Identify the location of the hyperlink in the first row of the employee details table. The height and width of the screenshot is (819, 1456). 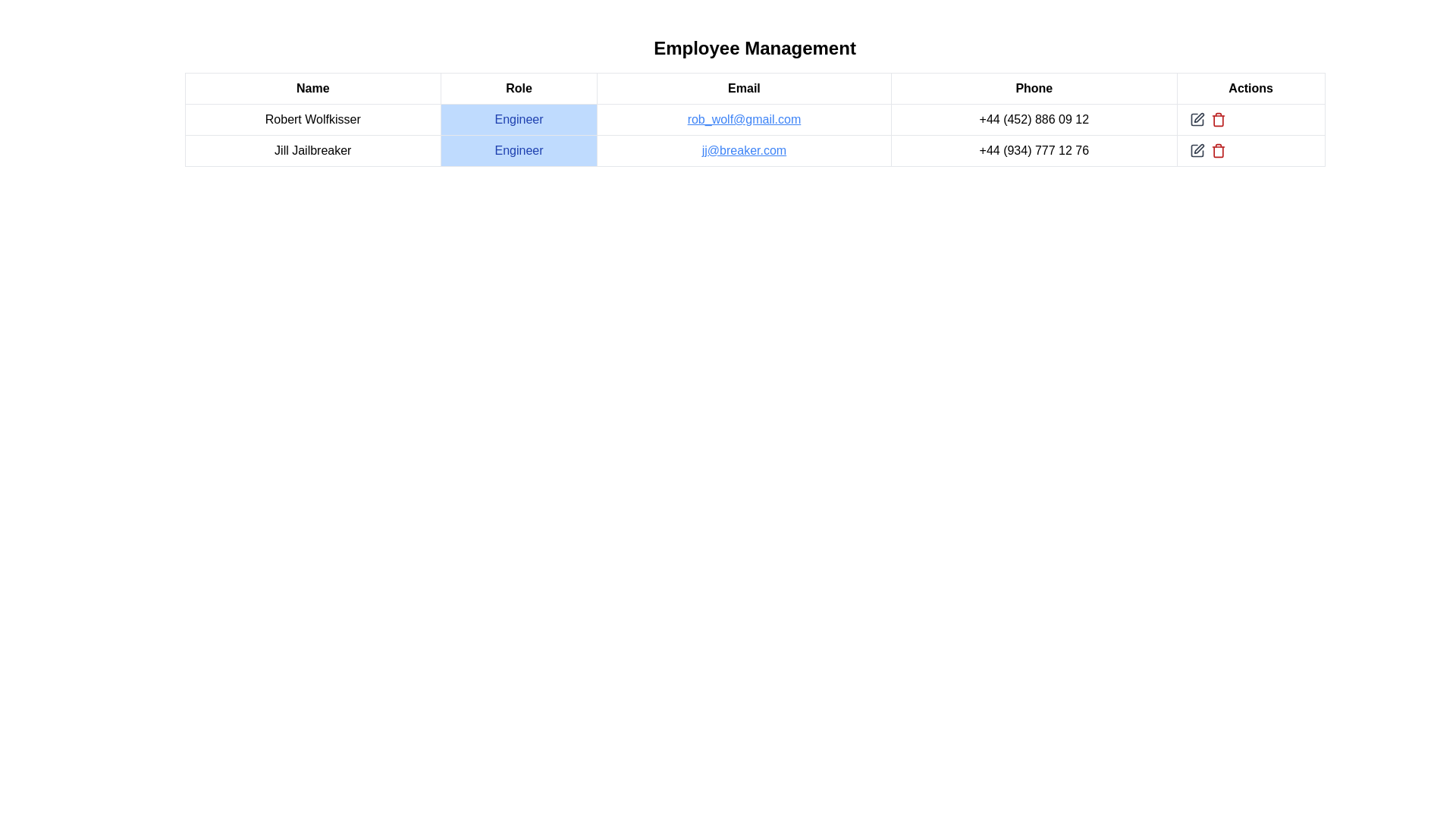
(755, 119).